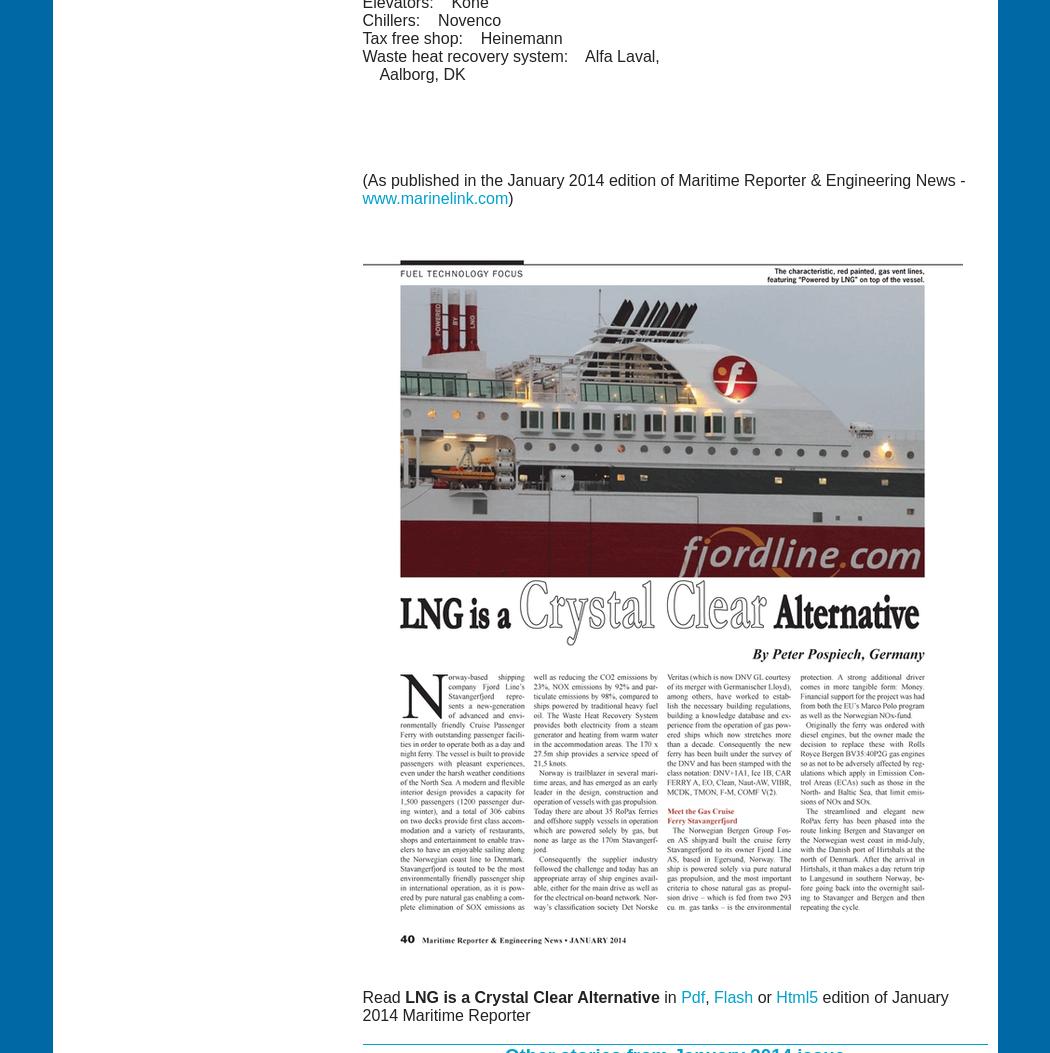  I want to click on 'Html5', so click(775, 996).